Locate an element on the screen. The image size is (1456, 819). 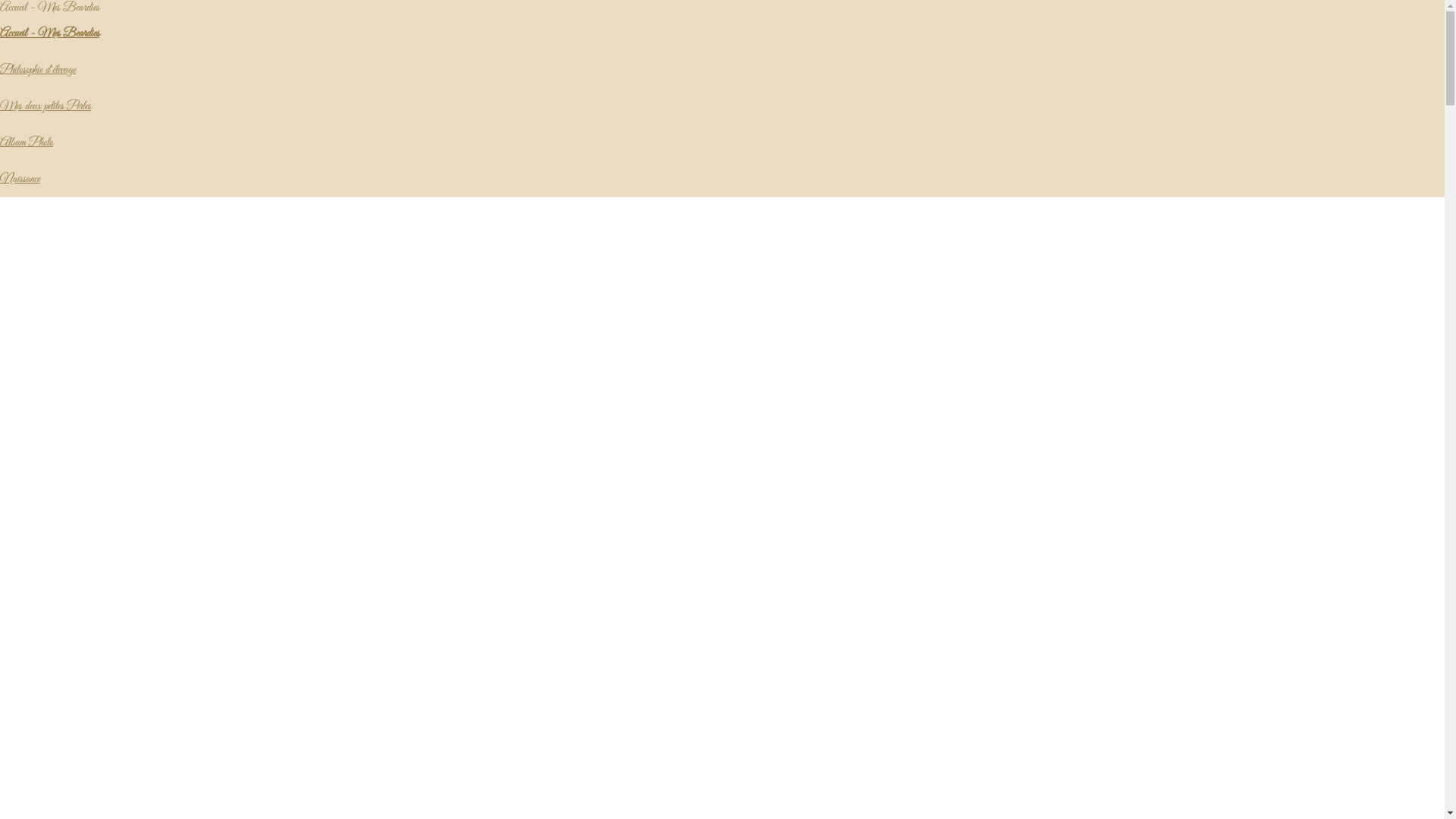
'Album Photo' is located at coordinates (26, 143).